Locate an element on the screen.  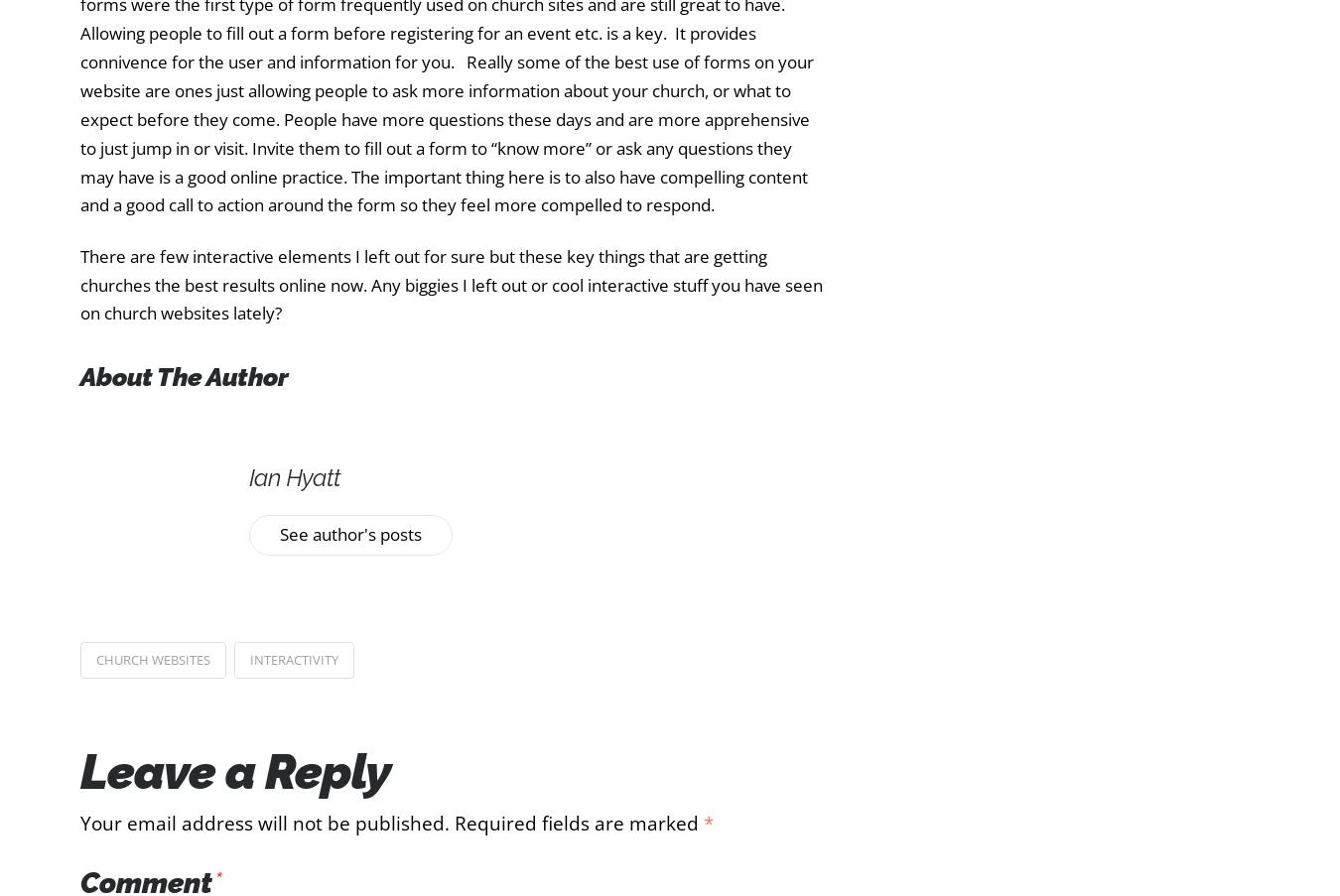
'*' is located at coordinates (703, 822).